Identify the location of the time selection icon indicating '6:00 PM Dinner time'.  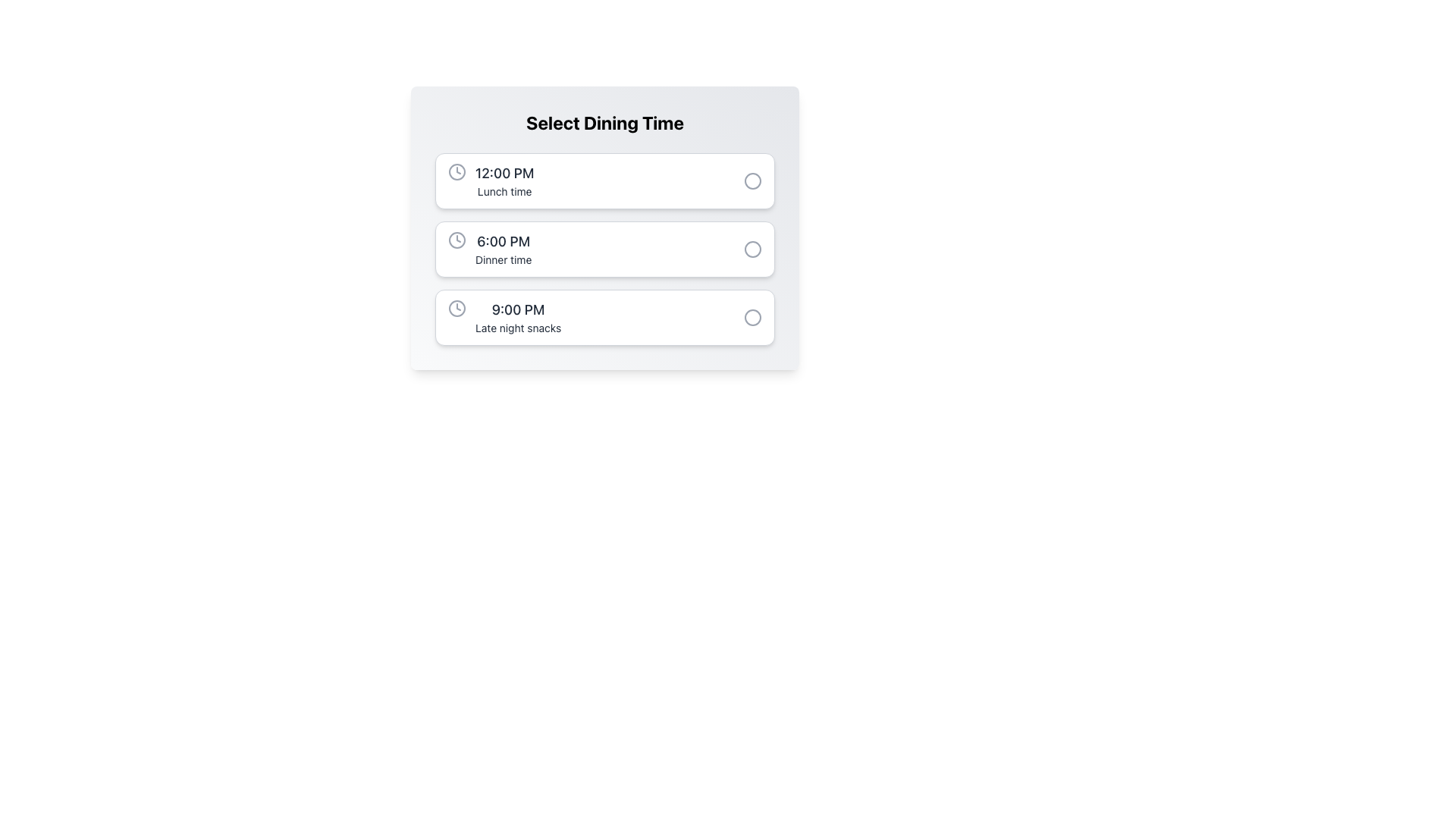
(457, 239).